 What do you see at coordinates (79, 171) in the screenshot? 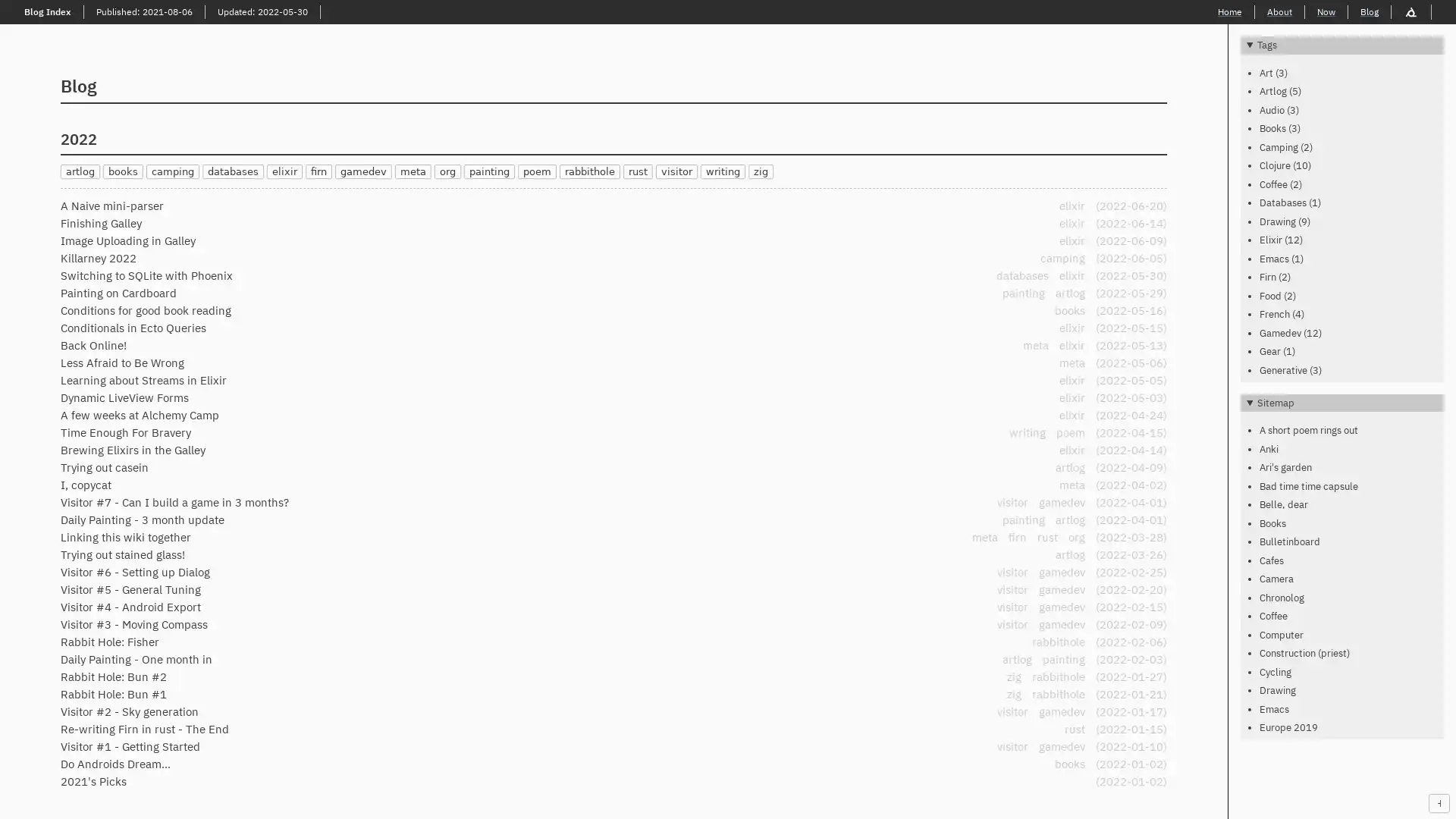
I see `artlog` at bounding box center [79, 171].